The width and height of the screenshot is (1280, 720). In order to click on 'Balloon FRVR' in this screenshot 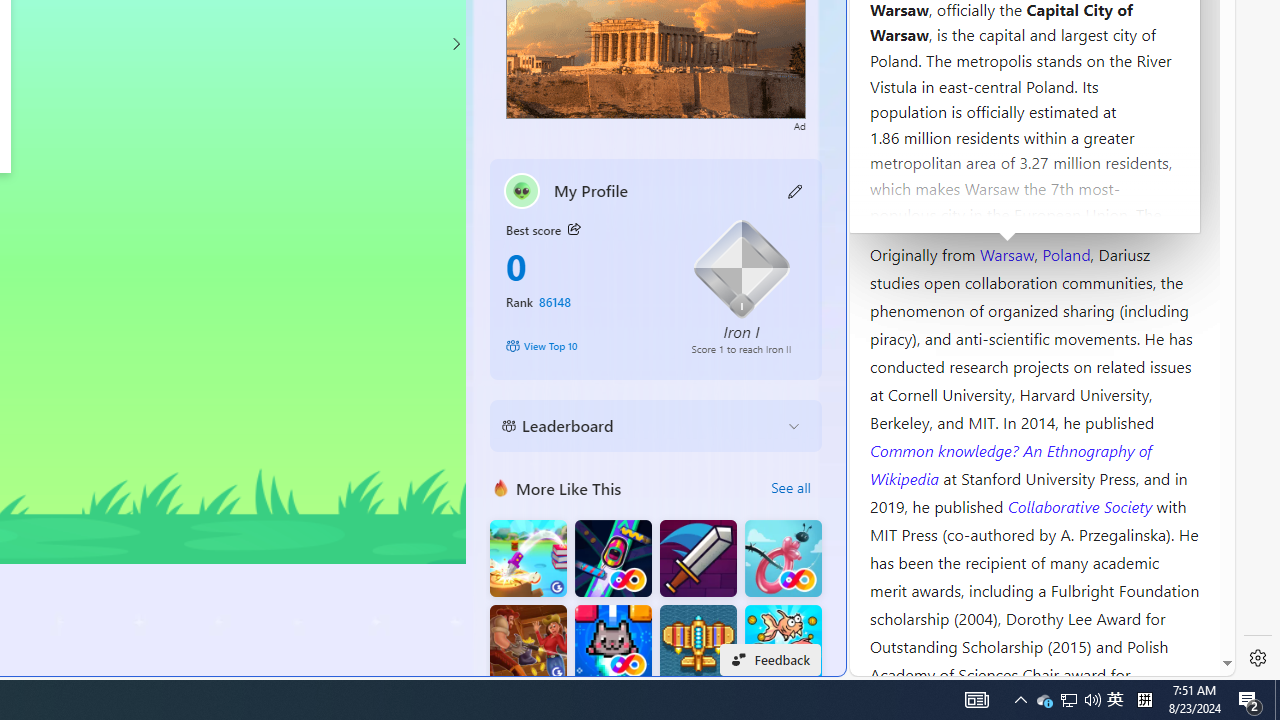, I will do `click(782, 558)`.